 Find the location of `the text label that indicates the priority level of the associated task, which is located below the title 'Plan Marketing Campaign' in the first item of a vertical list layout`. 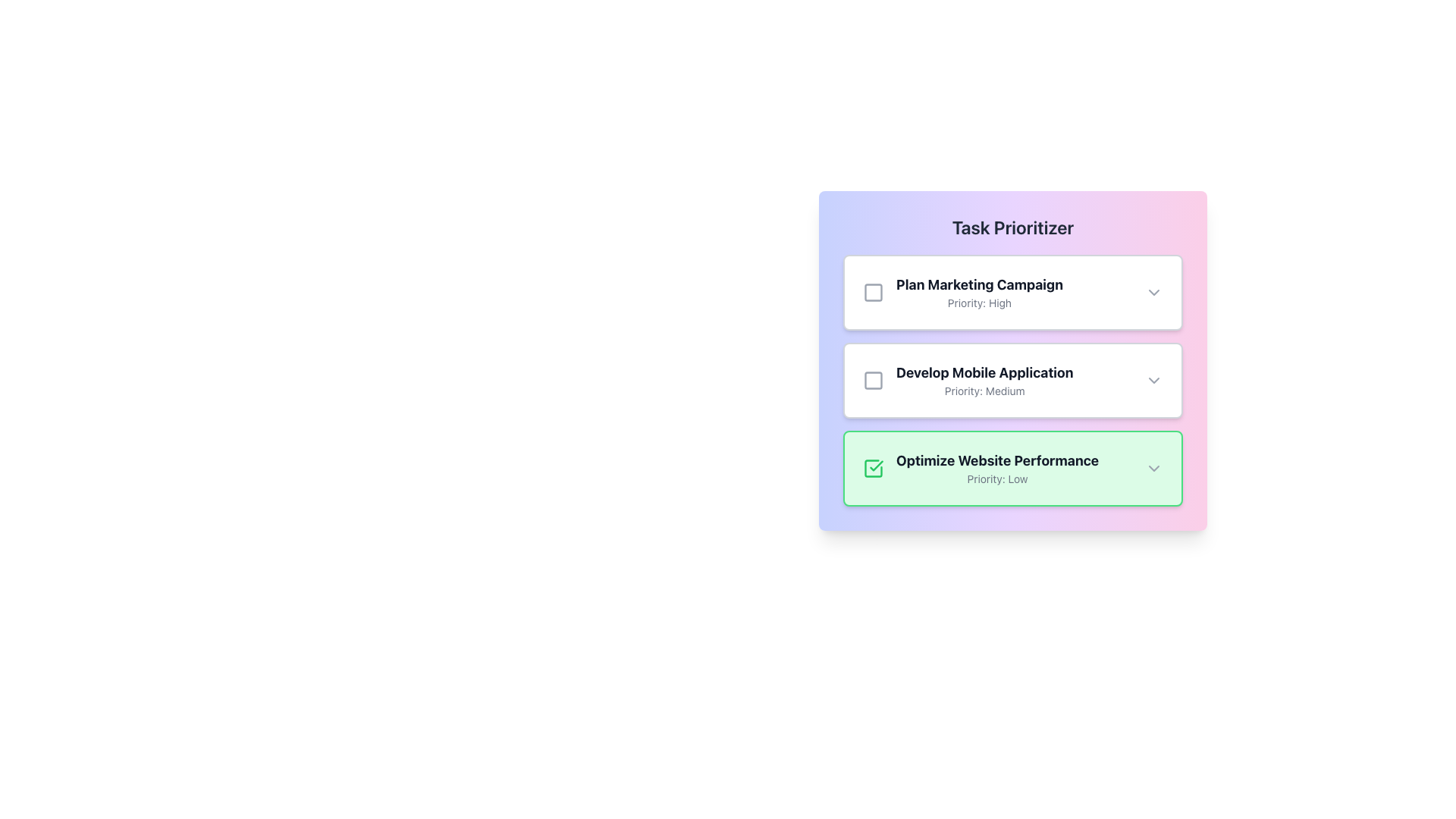

the text label that indicates the priority level of the associated task, which is located below the title 'Plan Marketing Campaign' in the first item of a vertical list layout is located at coordinates (979, 303).